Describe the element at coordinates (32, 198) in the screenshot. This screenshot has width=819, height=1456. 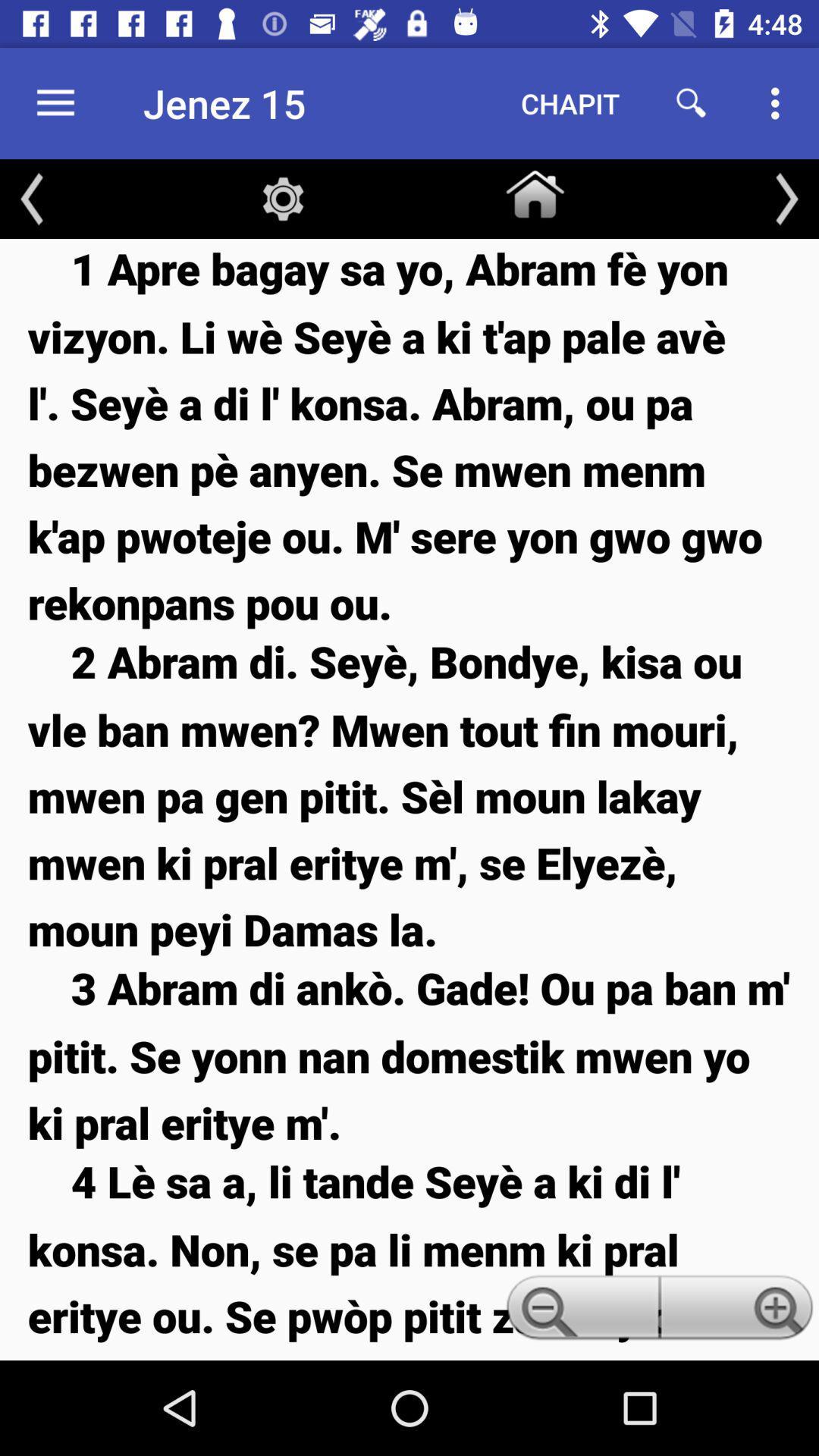
I see `the arrow_backward icon` at that location.